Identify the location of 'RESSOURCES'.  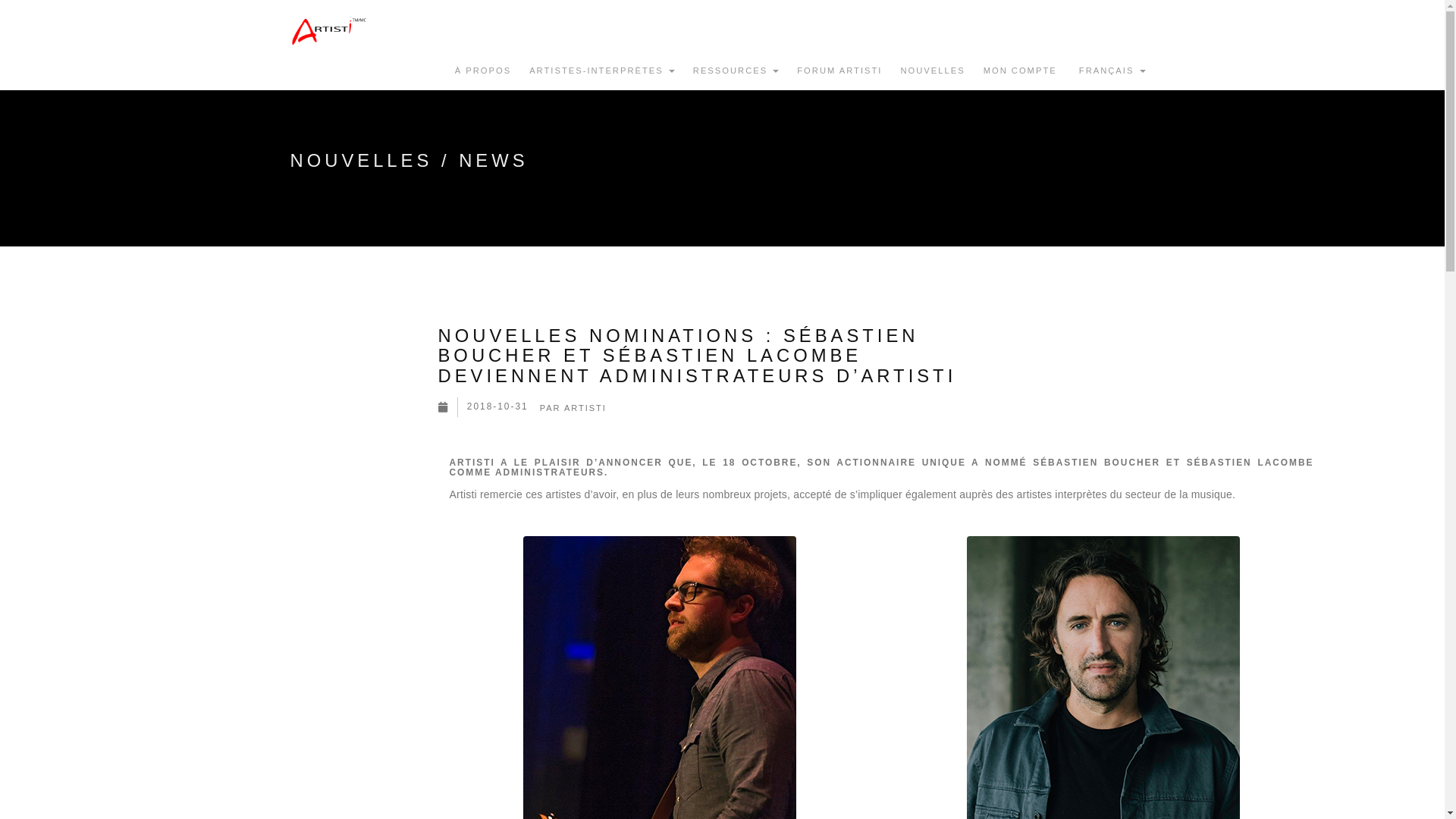
(736, 70).